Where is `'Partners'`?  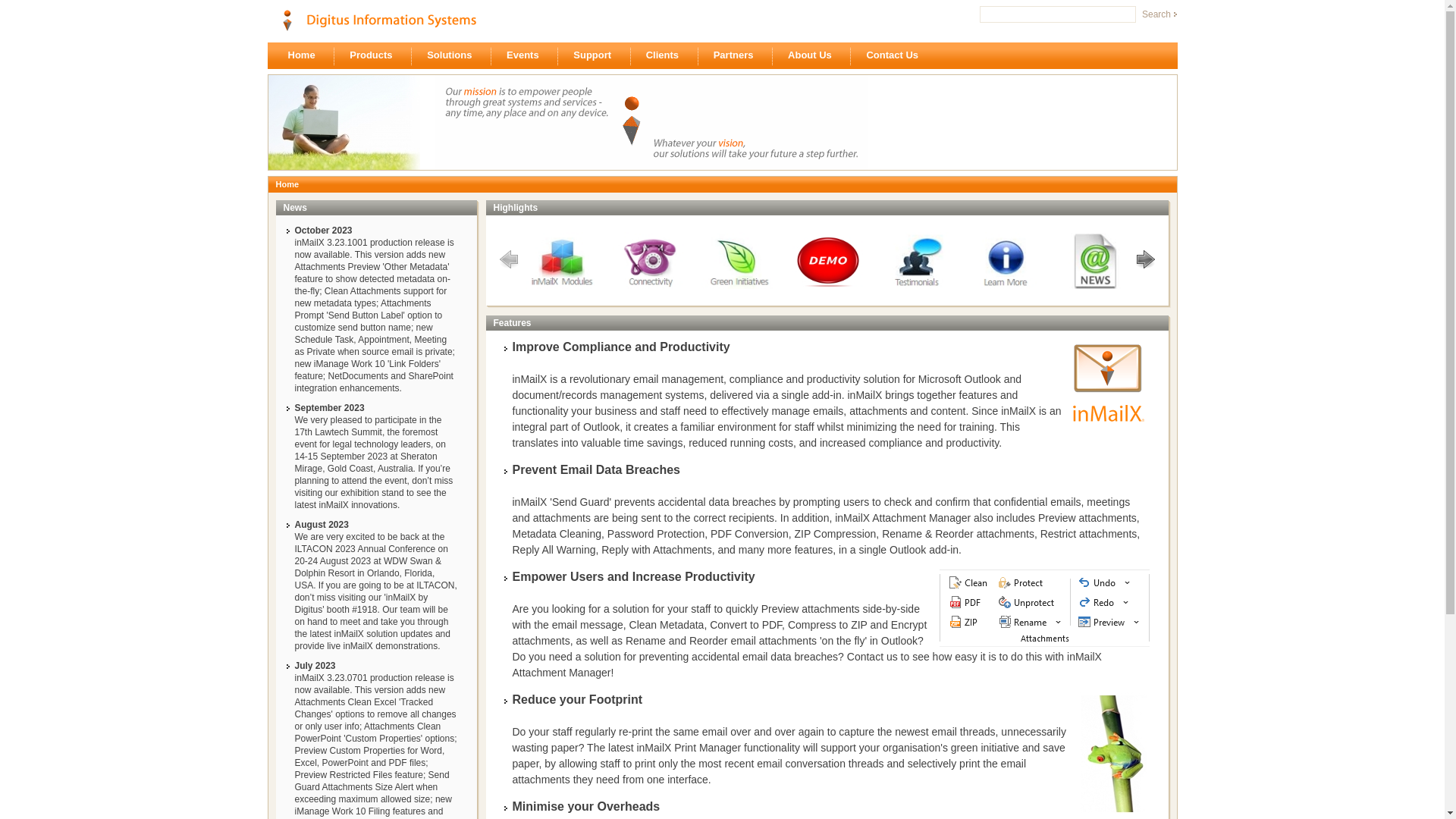
'Partners' is located at coordinates (738, 55).